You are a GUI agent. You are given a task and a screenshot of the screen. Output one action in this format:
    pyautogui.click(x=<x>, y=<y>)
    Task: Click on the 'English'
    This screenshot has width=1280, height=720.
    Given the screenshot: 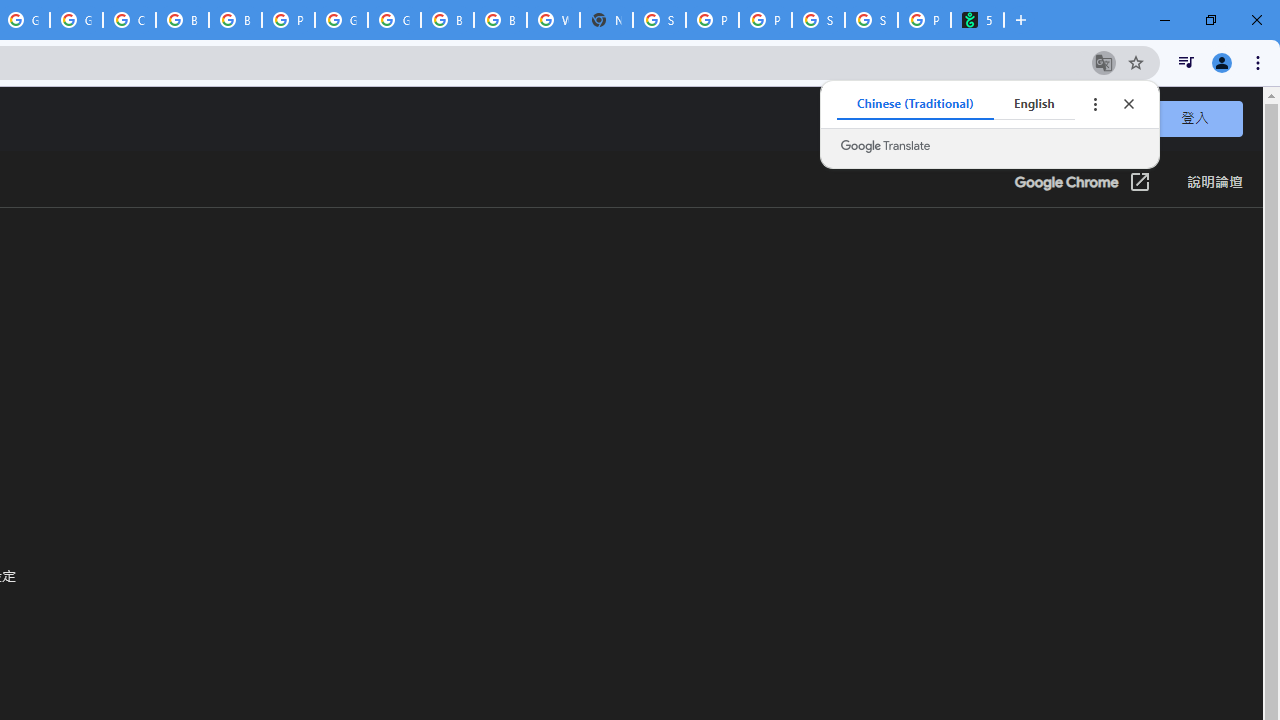 What is the action you would take?
    pyautogui.click(x=1034, y=104)
    